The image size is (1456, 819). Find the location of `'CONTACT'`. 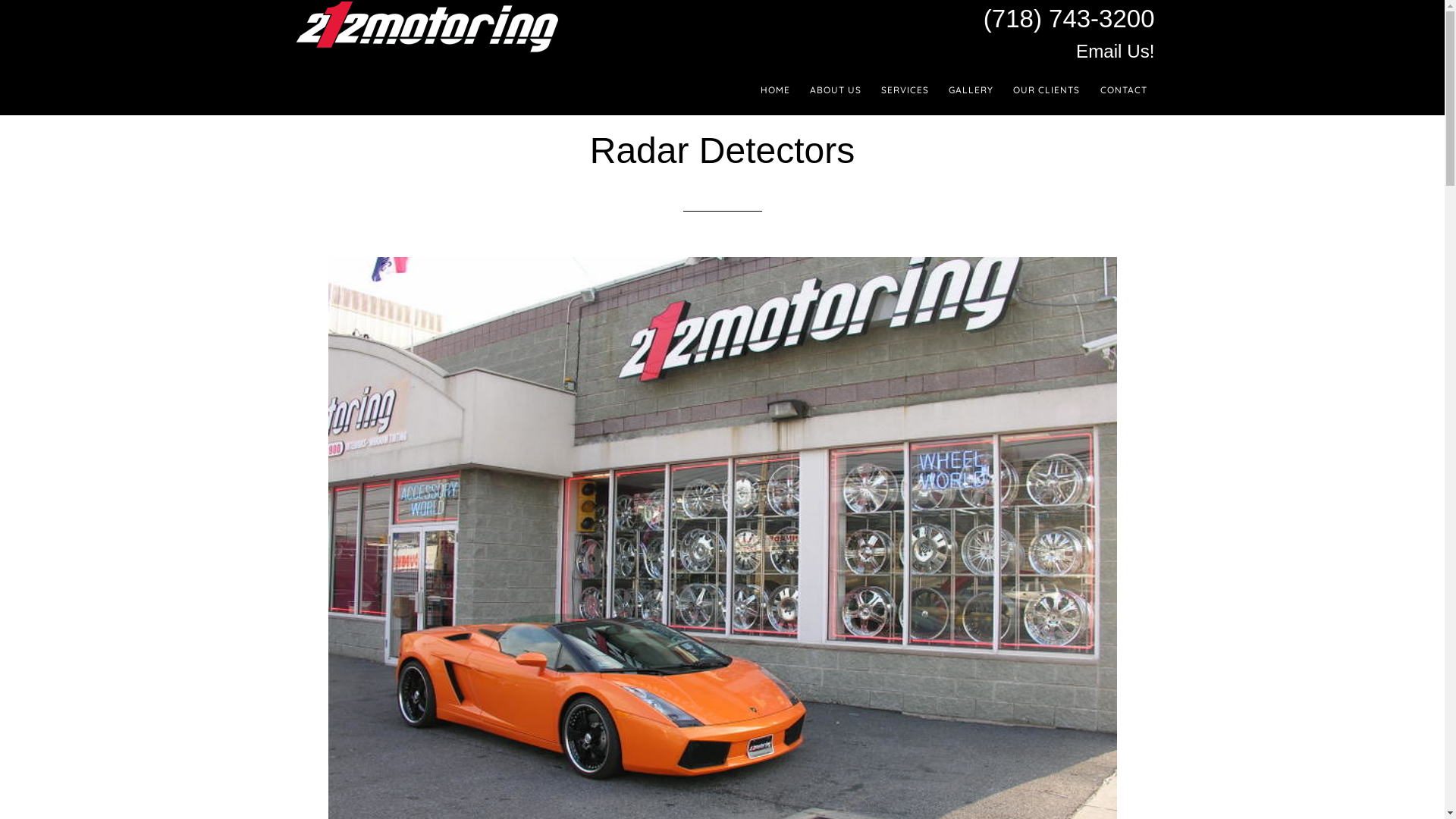

'CONTACT' is located at coordinates (1092, 90).